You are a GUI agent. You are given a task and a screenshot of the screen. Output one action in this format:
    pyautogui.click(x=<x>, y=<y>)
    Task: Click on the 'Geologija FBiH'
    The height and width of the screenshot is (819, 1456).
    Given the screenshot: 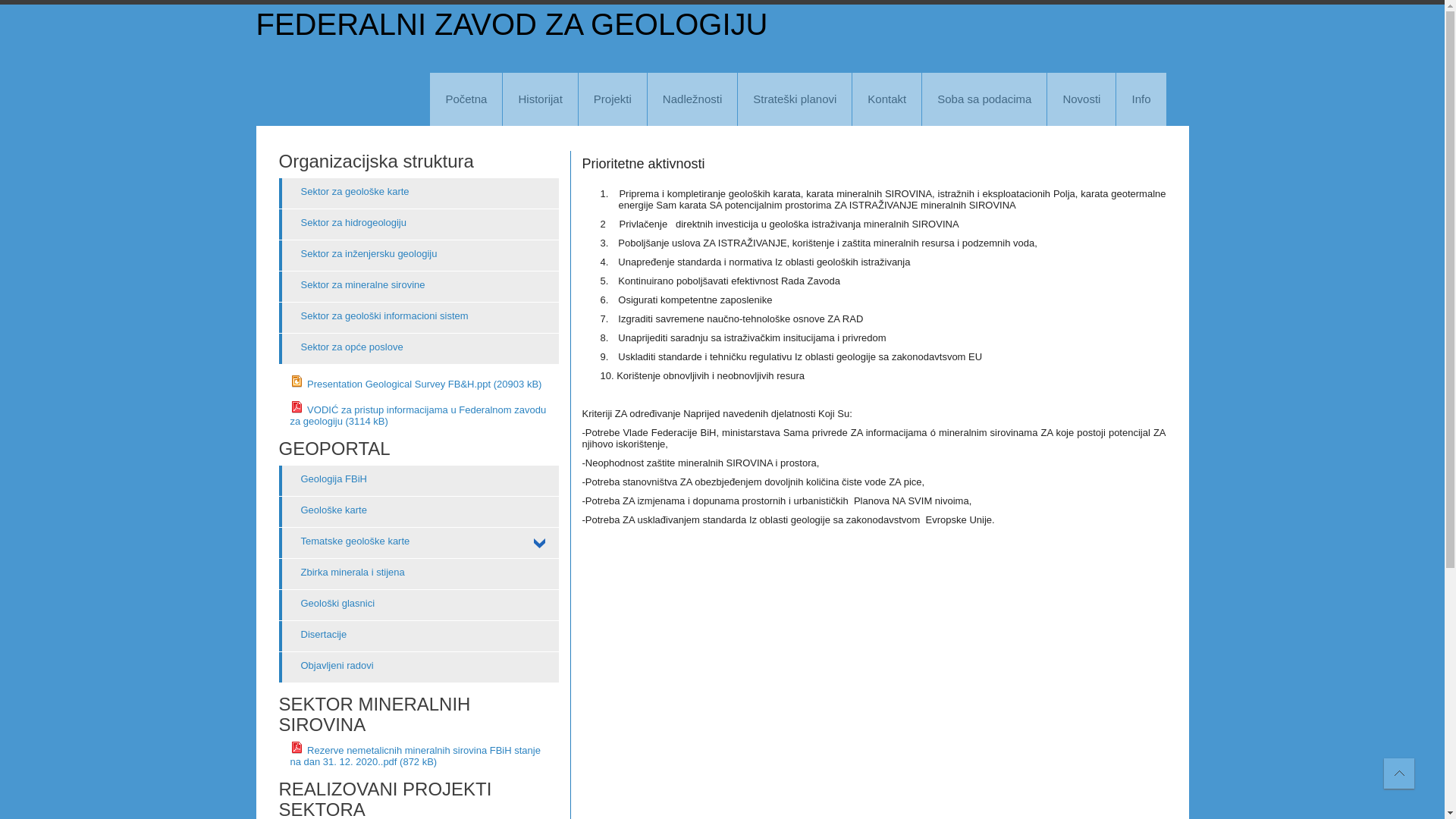 What is the action you would take?
    pyautogui.click(x=419, y=480)
    